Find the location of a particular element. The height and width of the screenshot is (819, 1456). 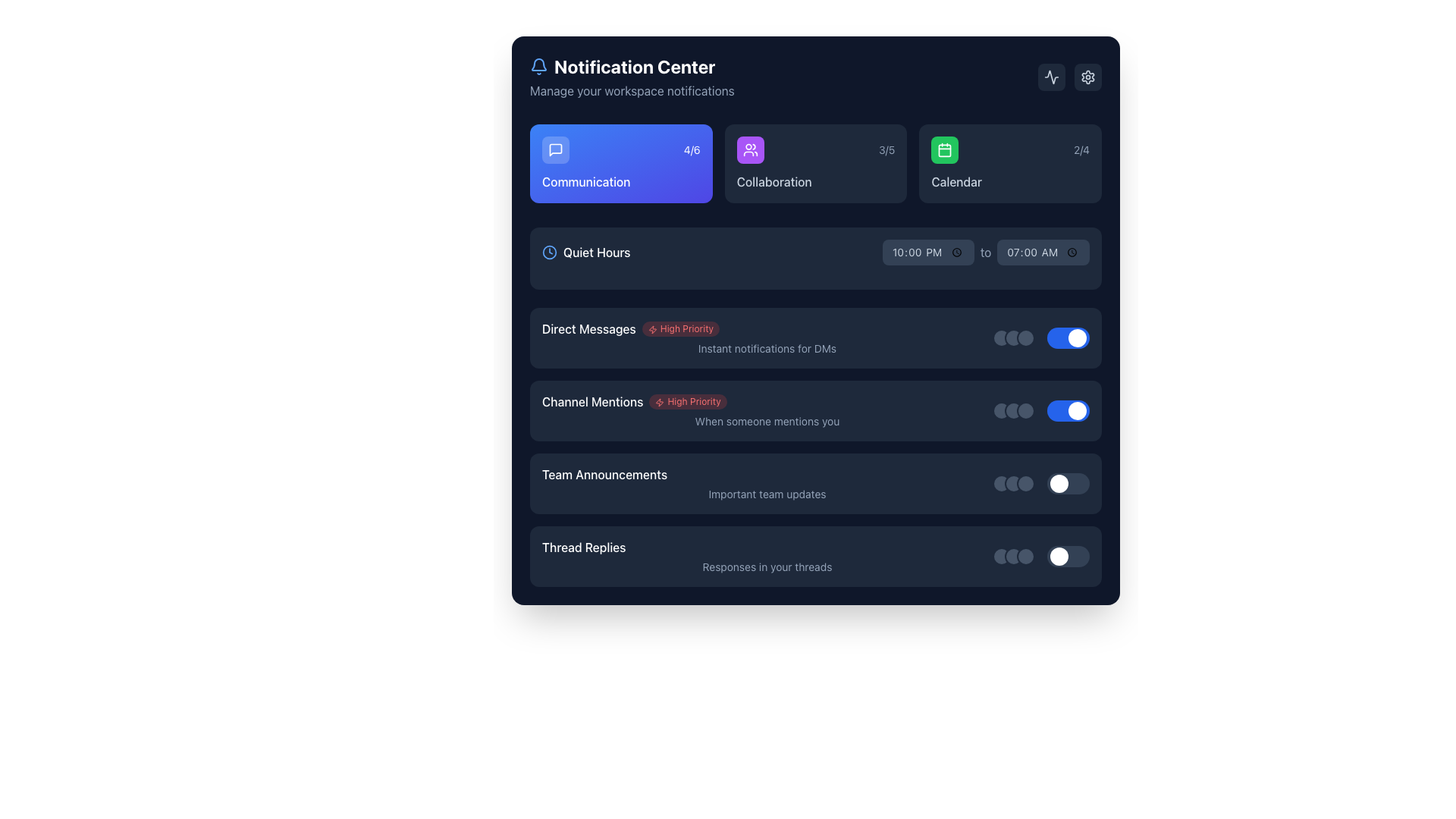

the Time input field located to the left of the 'to' label in the 'Quiet Hours' section is located at coordinates (927, 251).